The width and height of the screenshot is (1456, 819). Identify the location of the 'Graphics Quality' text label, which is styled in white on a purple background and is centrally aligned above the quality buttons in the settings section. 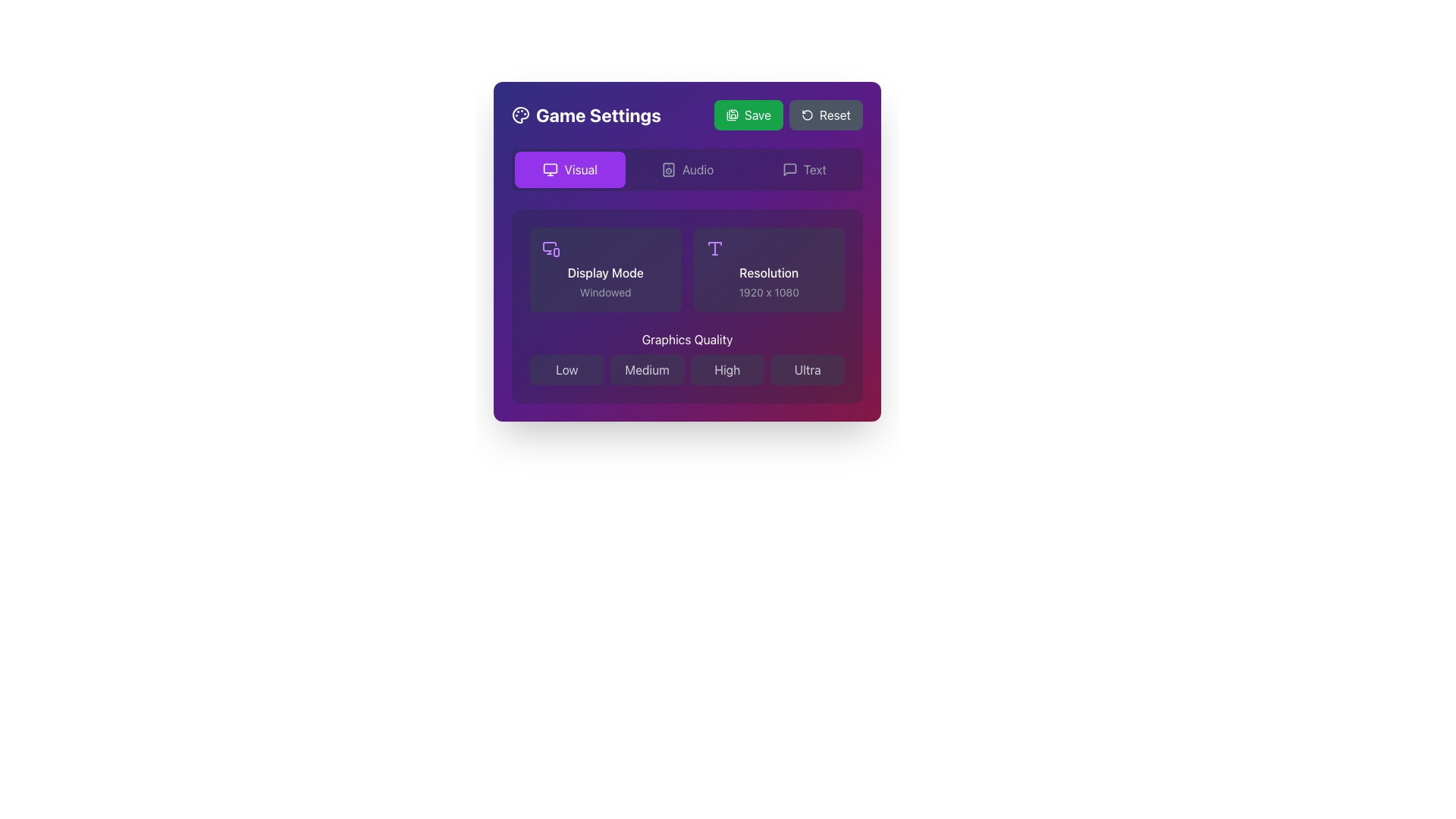
(686, 338).